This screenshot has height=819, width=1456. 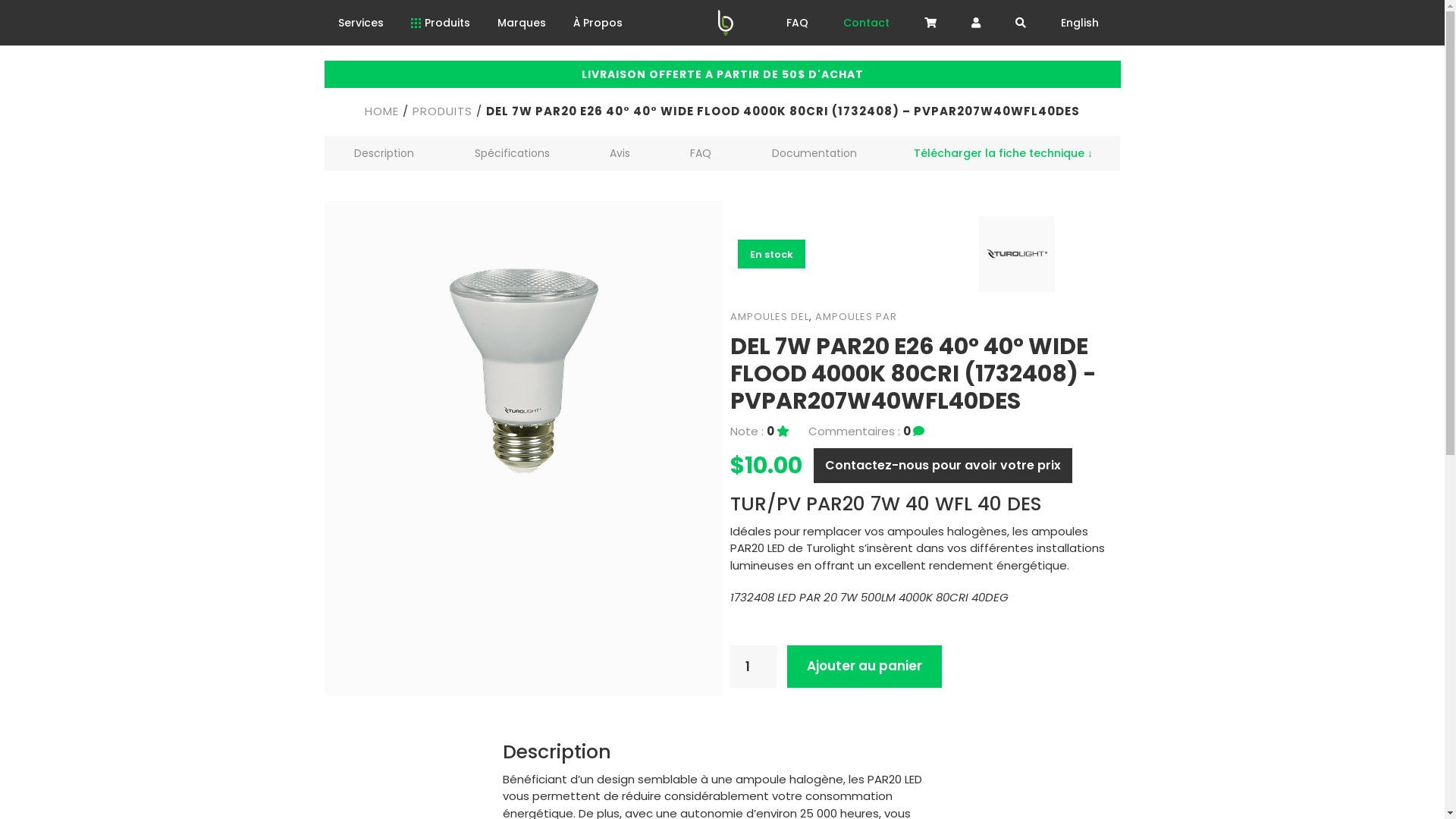 I want to click on 'HOME', so click(x=381, y=110).